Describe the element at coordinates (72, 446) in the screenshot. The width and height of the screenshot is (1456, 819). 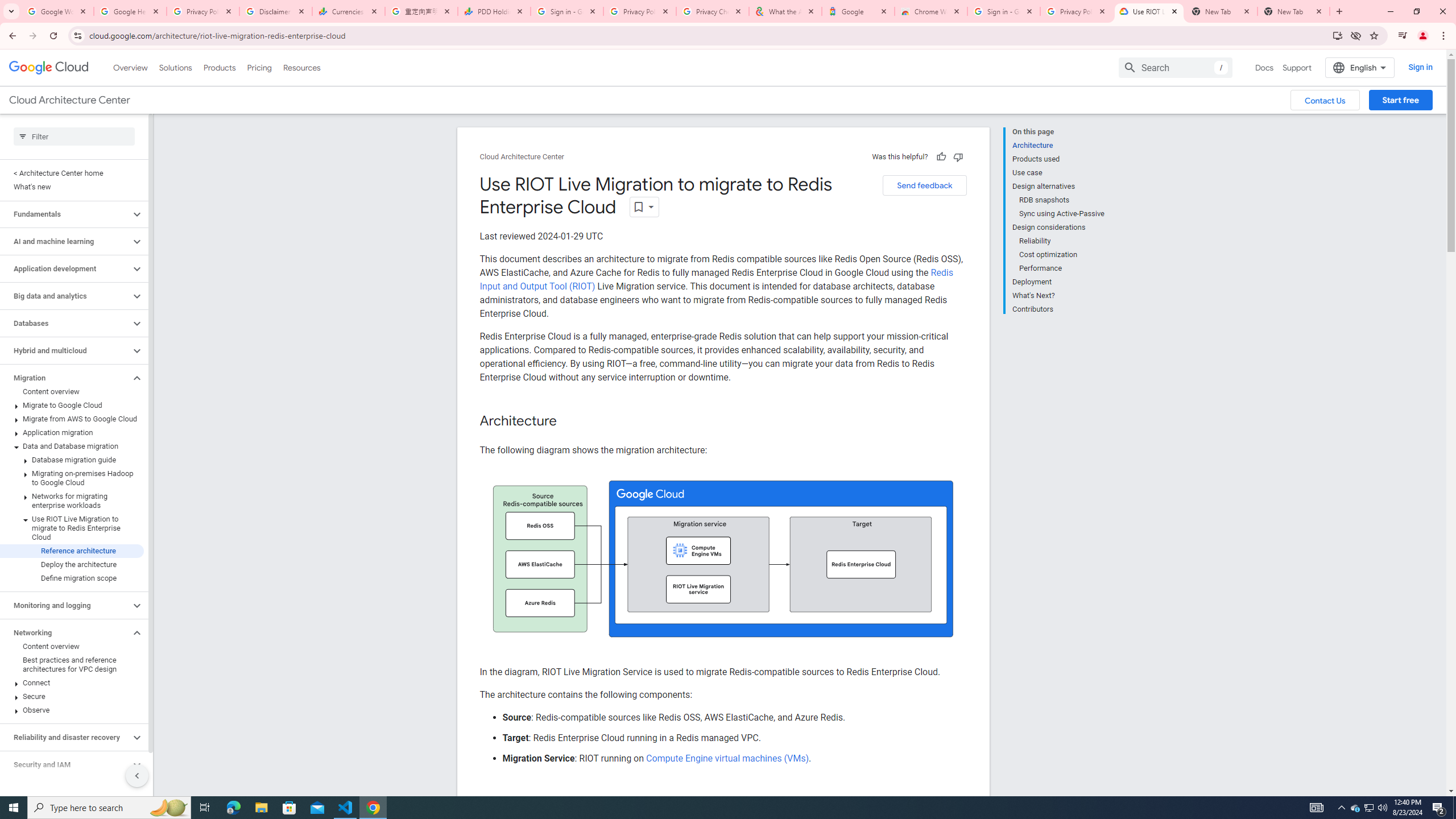
I see `'Data and Database migration'` at that location.